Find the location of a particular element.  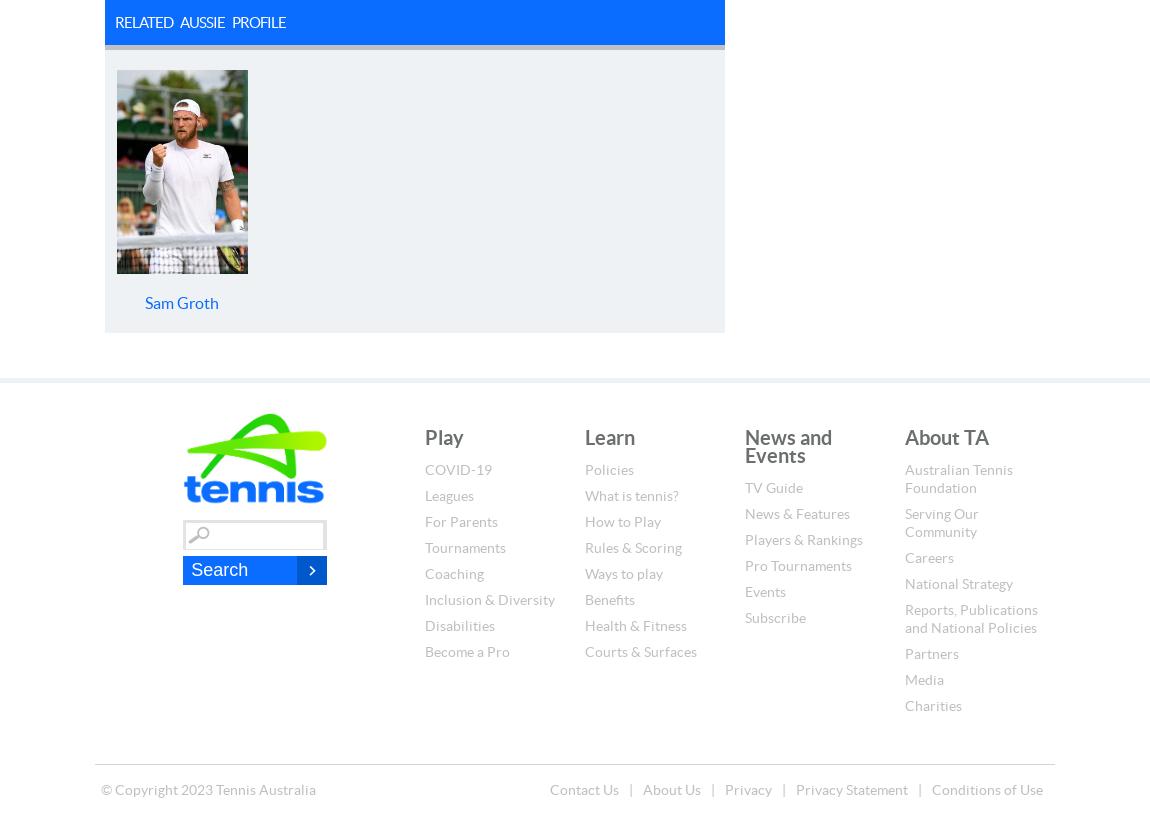

'Search' is located at coordinates (218, 570).